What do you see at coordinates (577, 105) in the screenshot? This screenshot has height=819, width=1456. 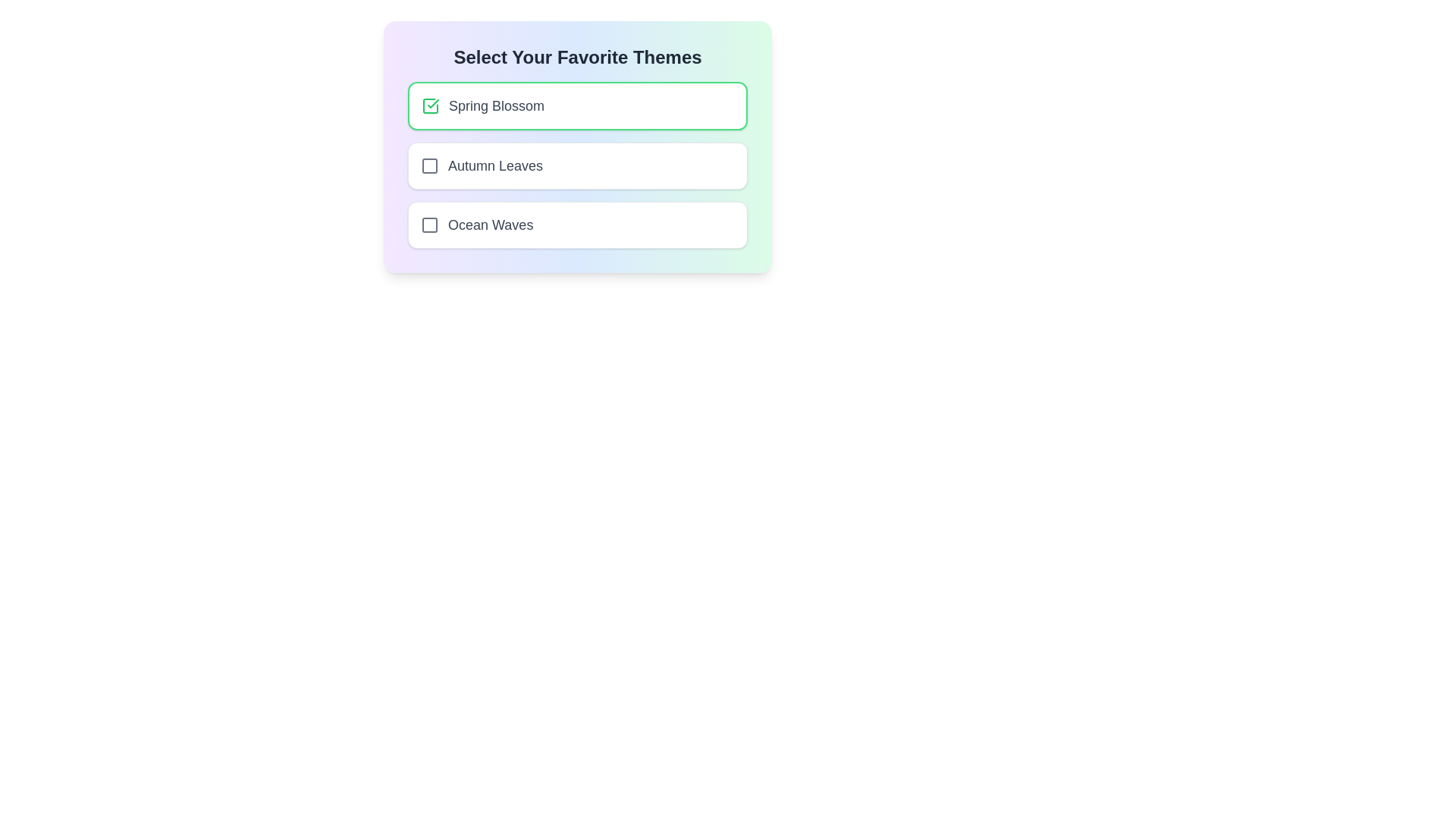 I see `the list item corresponding to Spring Blossom to observe its hover effect` at bounding box center [577, 105].